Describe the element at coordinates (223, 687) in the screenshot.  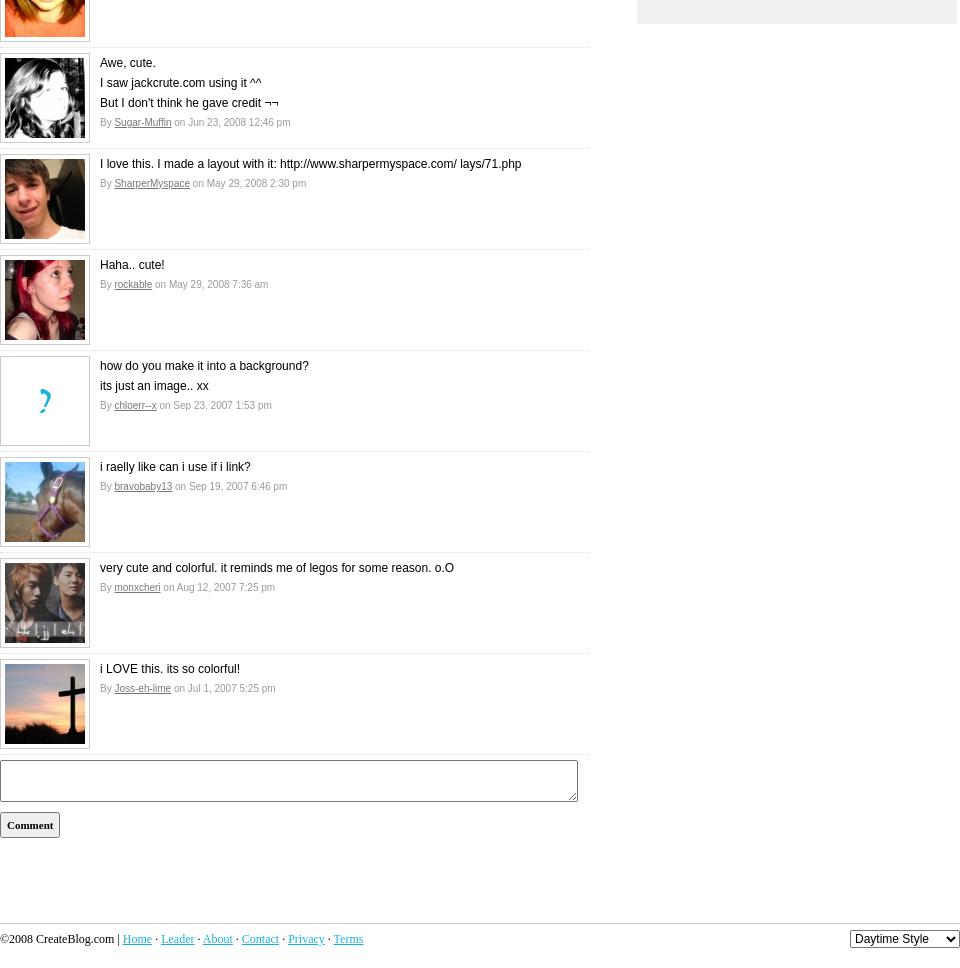
I see `'on Jul  1, 2007 5:25 pm'` at that location.